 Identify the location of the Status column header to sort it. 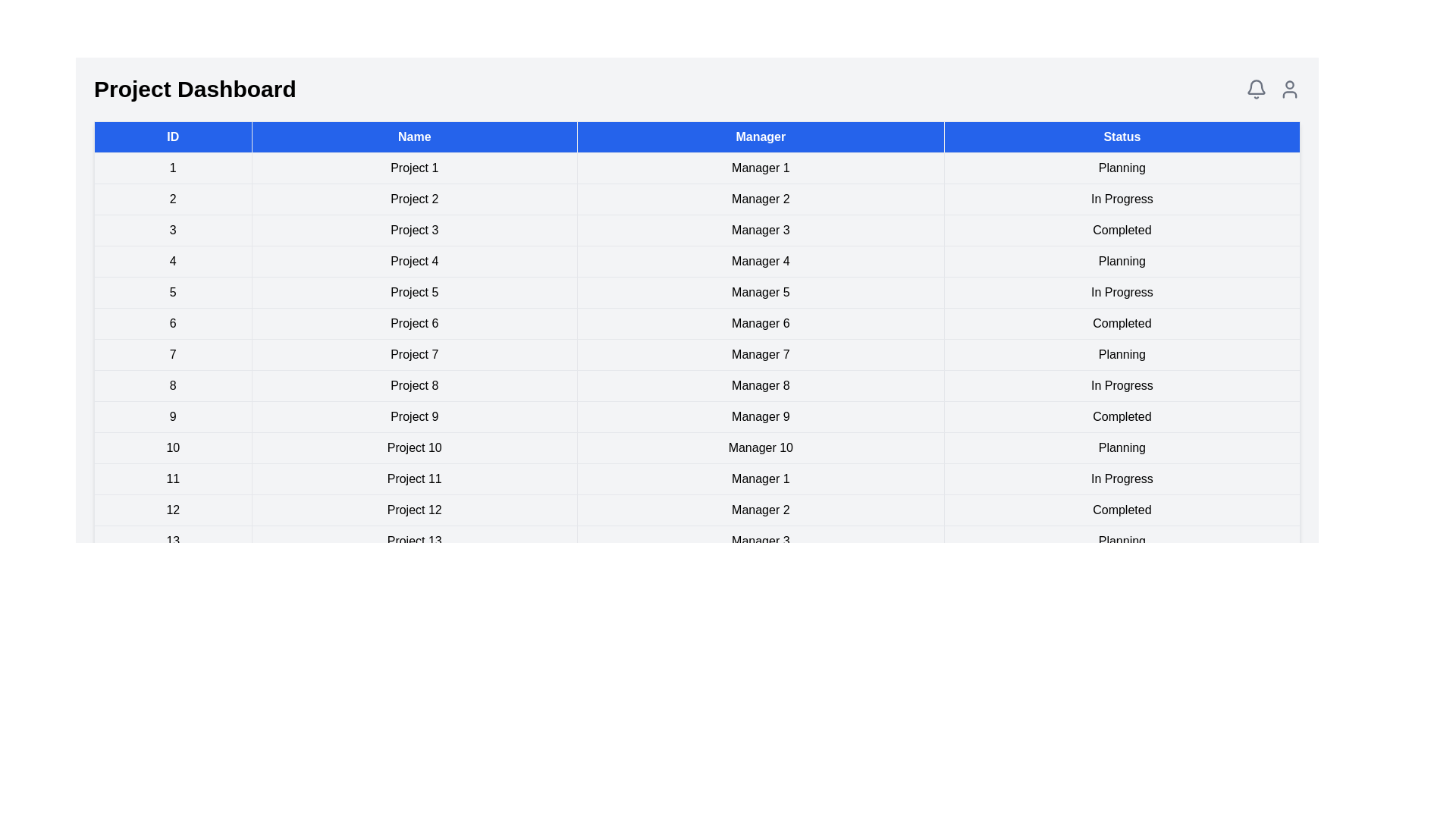
(1122, 137).